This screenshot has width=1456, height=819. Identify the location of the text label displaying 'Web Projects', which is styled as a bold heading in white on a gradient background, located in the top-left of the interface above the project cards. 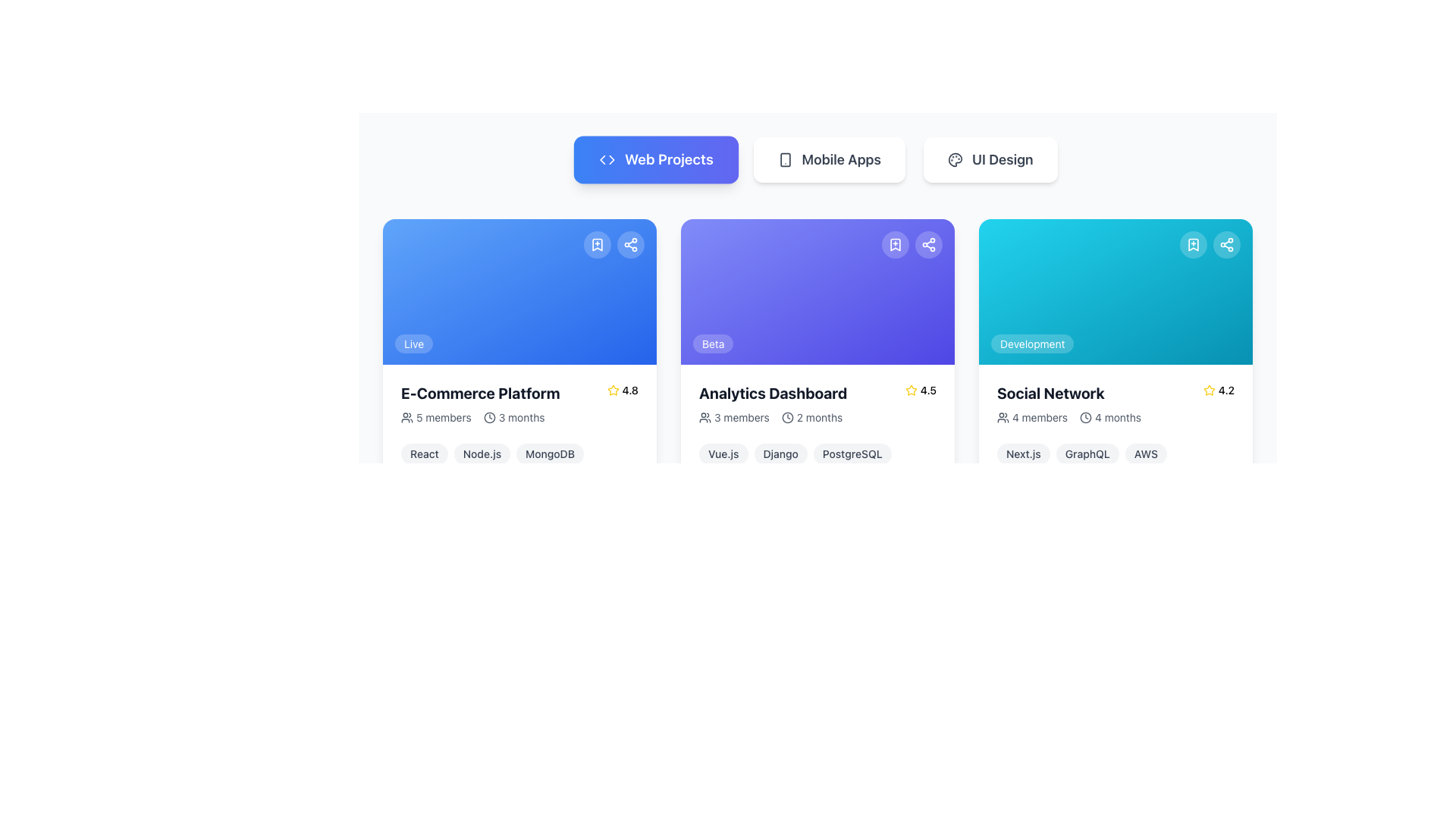
(668, 160).